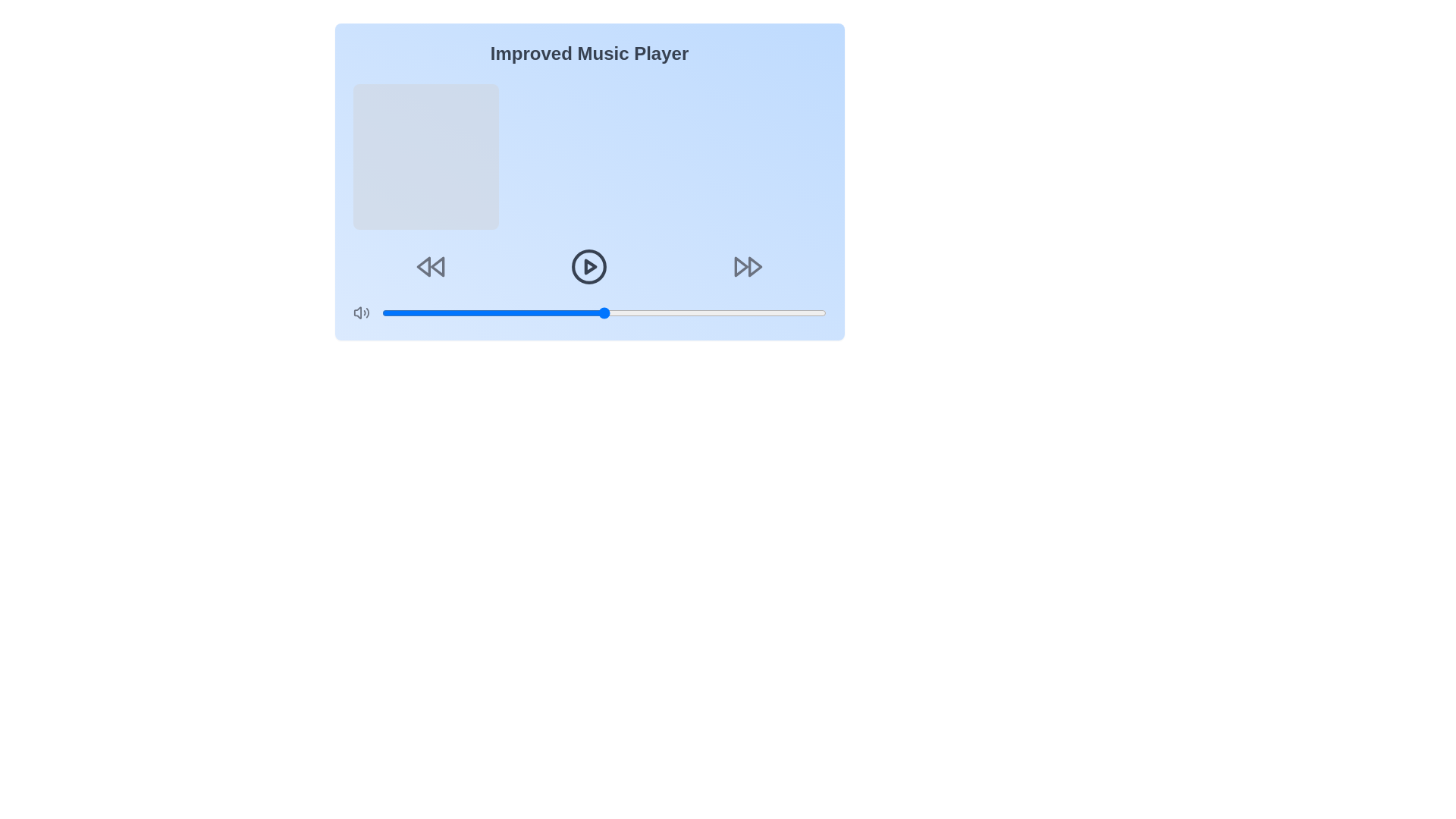 This screenshot has width=1456, height=819. Describe the element at coordinates (356, 312) in the screenshot. I see `the first segment of the volume control icon, which is a trapezoid with a gray outline located in the bottom-left corner of the music player UI` at that location.